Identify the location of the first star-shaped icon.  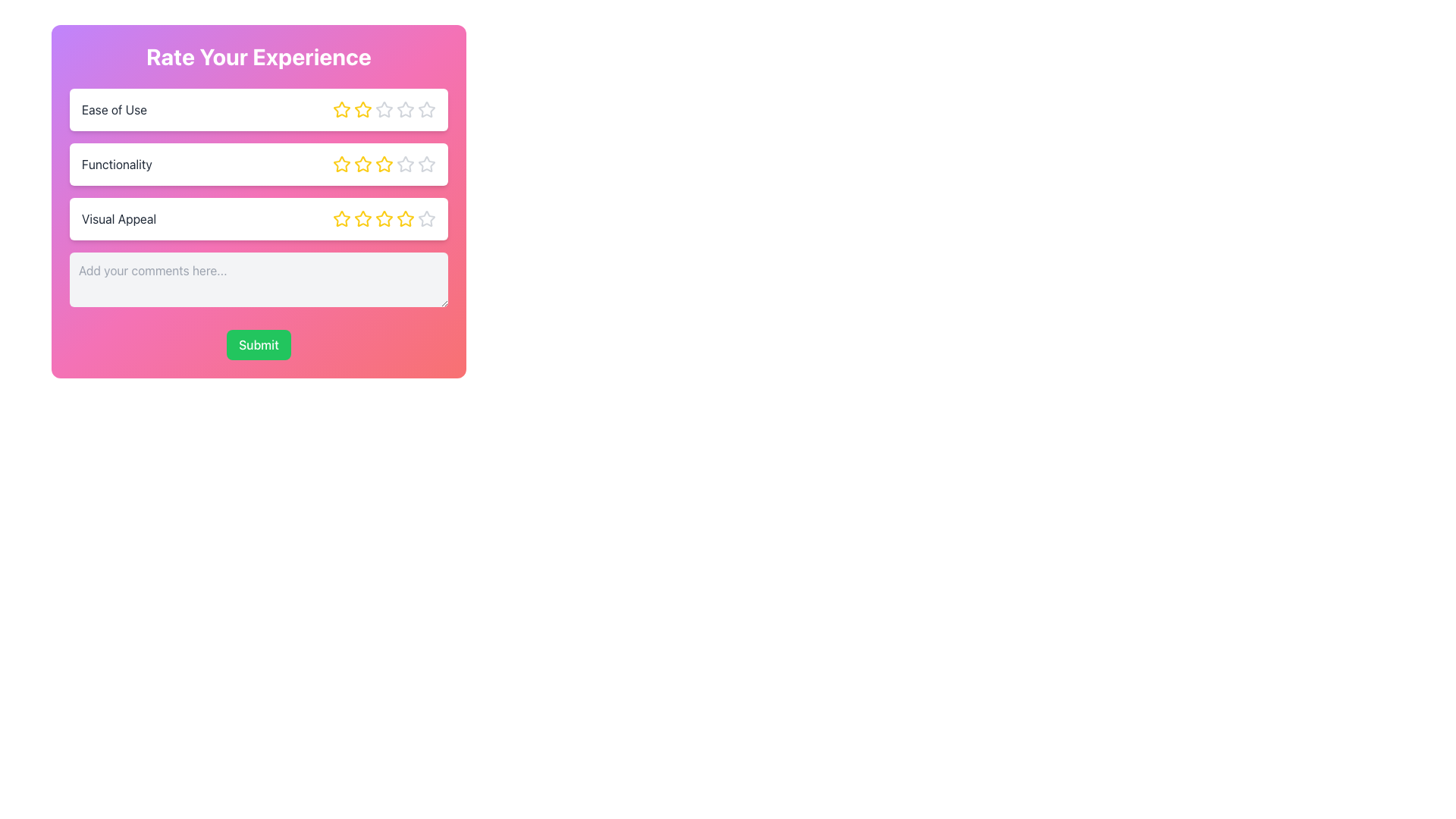
(341, 108).